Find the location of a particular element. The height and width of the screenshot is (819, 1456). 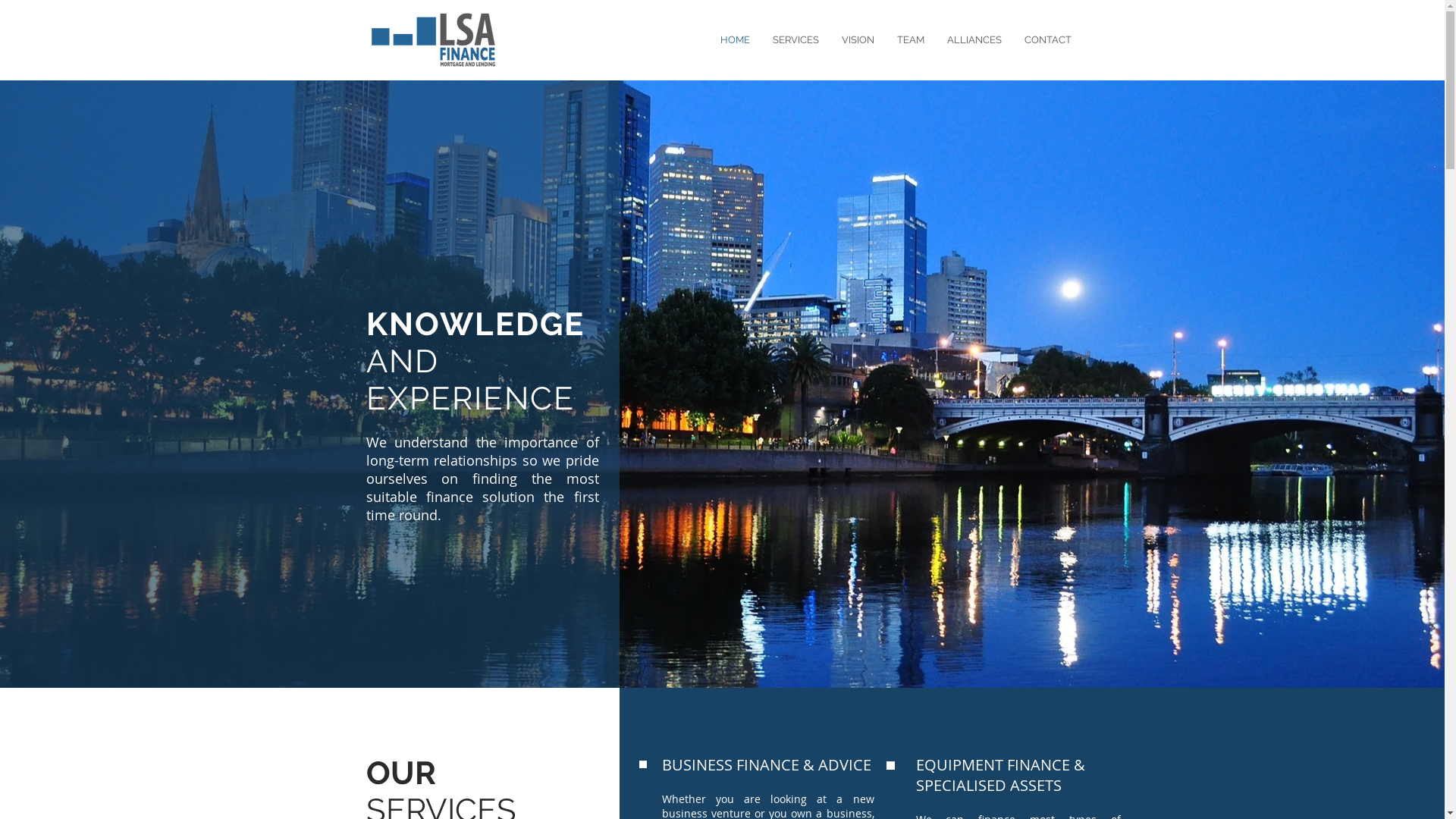

'TEAM' is located at coordinates (910, 39).